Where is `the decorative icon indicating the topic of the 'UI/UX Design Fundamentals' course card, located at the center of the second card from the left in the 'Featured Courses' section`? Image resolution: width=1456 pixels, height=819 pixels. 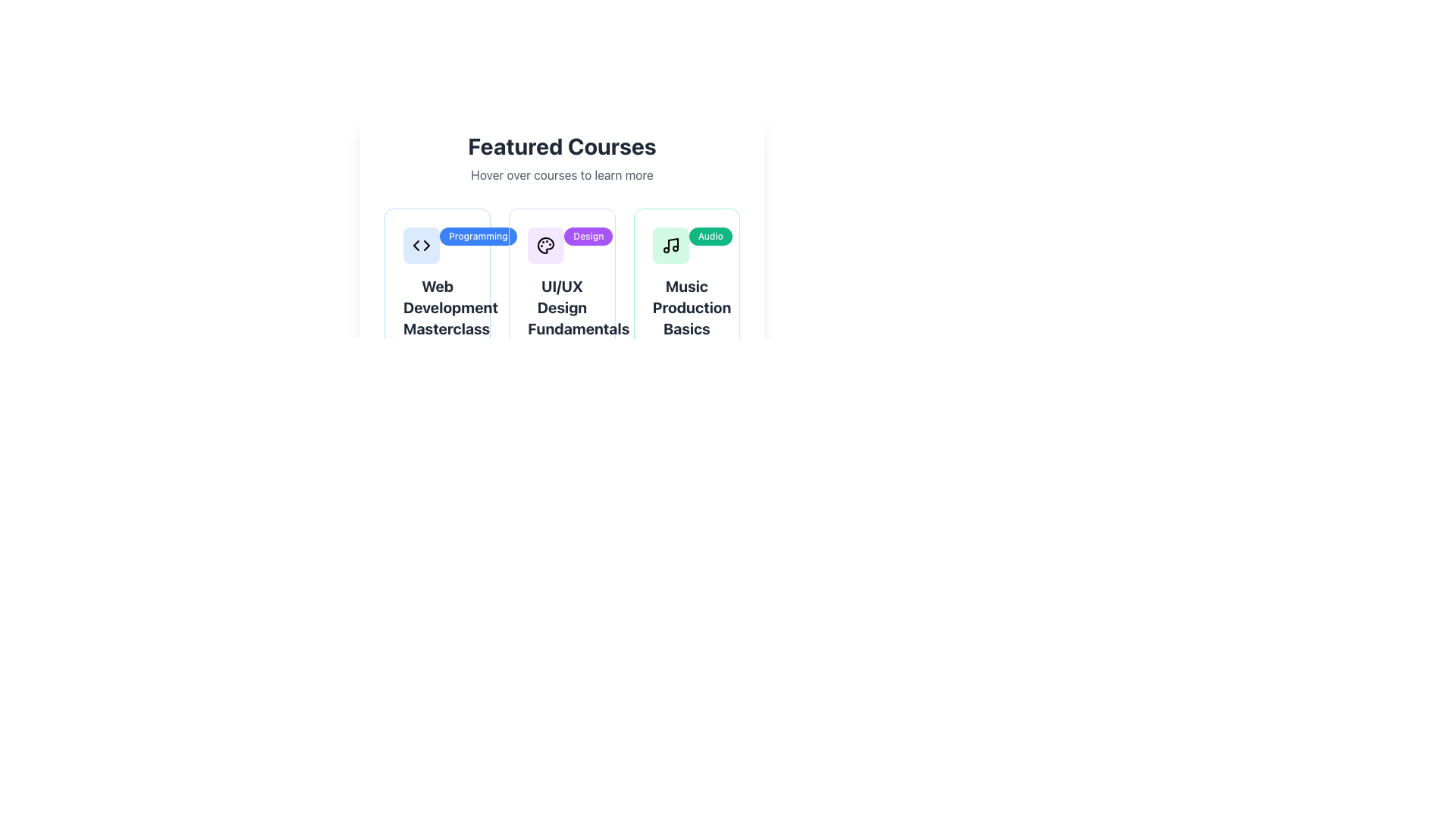 the decorative icon indicating the topic of the 'UI/UX Design Fundamentals' course card, located at the center of the second card from the left in the 'Featured Courses' section is located at coordinates (546, 245).